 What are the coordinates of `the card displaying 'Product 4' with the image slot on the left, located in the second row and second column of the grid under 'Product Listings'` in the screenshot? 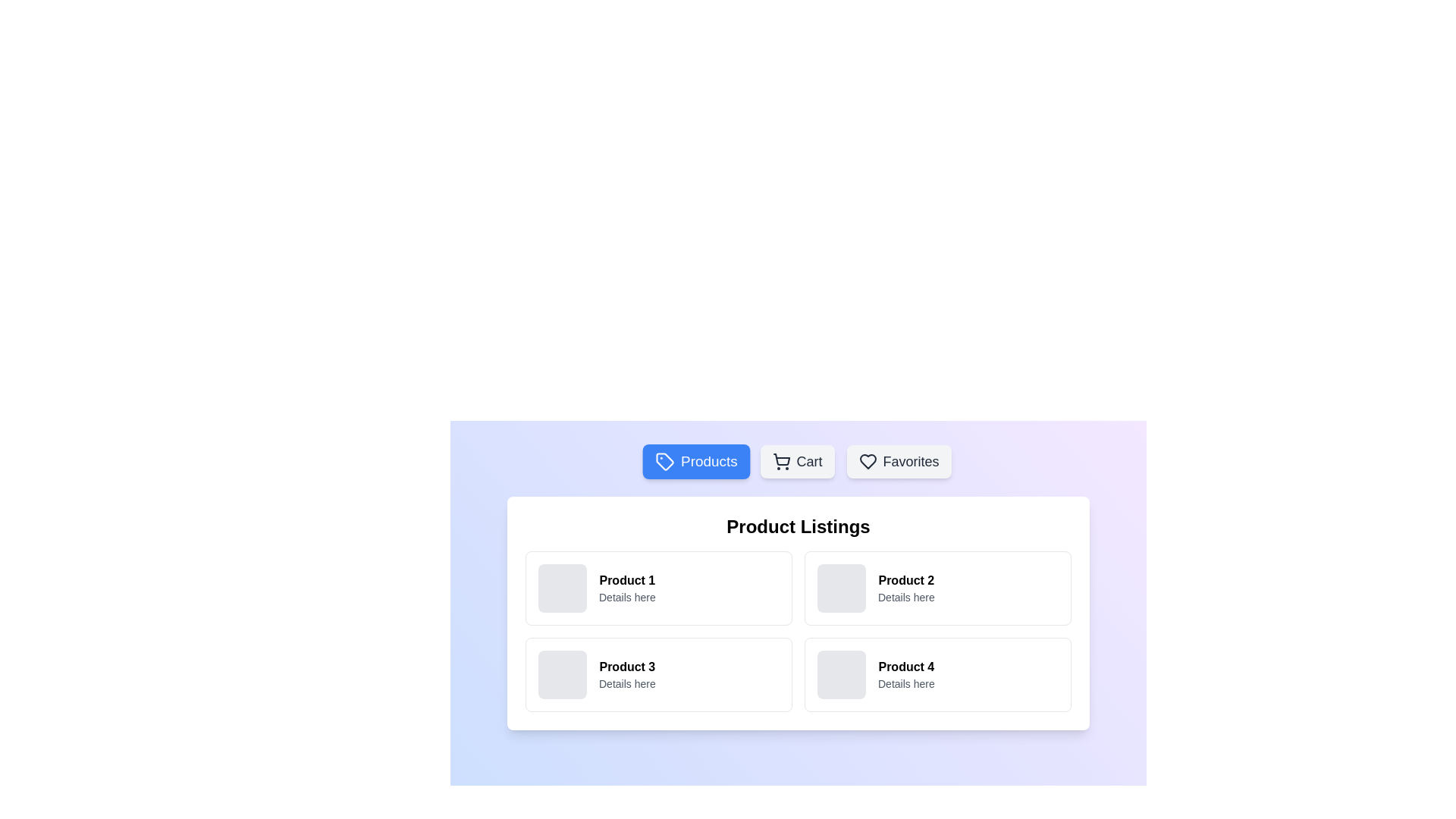 It's located at (937, 674).